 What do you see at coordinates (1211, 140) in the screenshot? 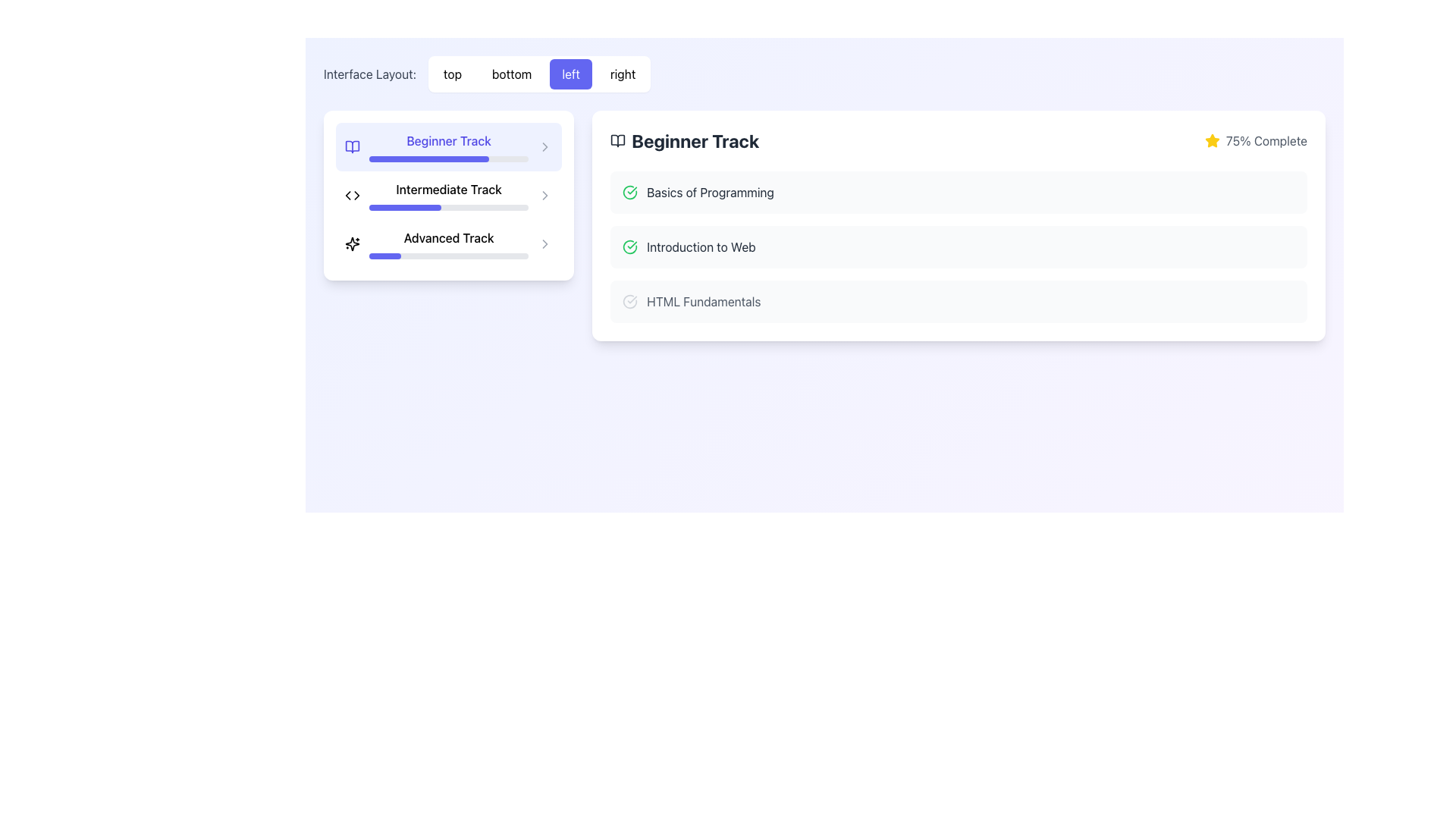
I see `the star-shaped icon with a yellow fill and black outline, which symbolizes a 'favorite' functionality, located to the left of the '75% Complete' text label in the top-right corner of the card` at bounding box center [1211, 140].